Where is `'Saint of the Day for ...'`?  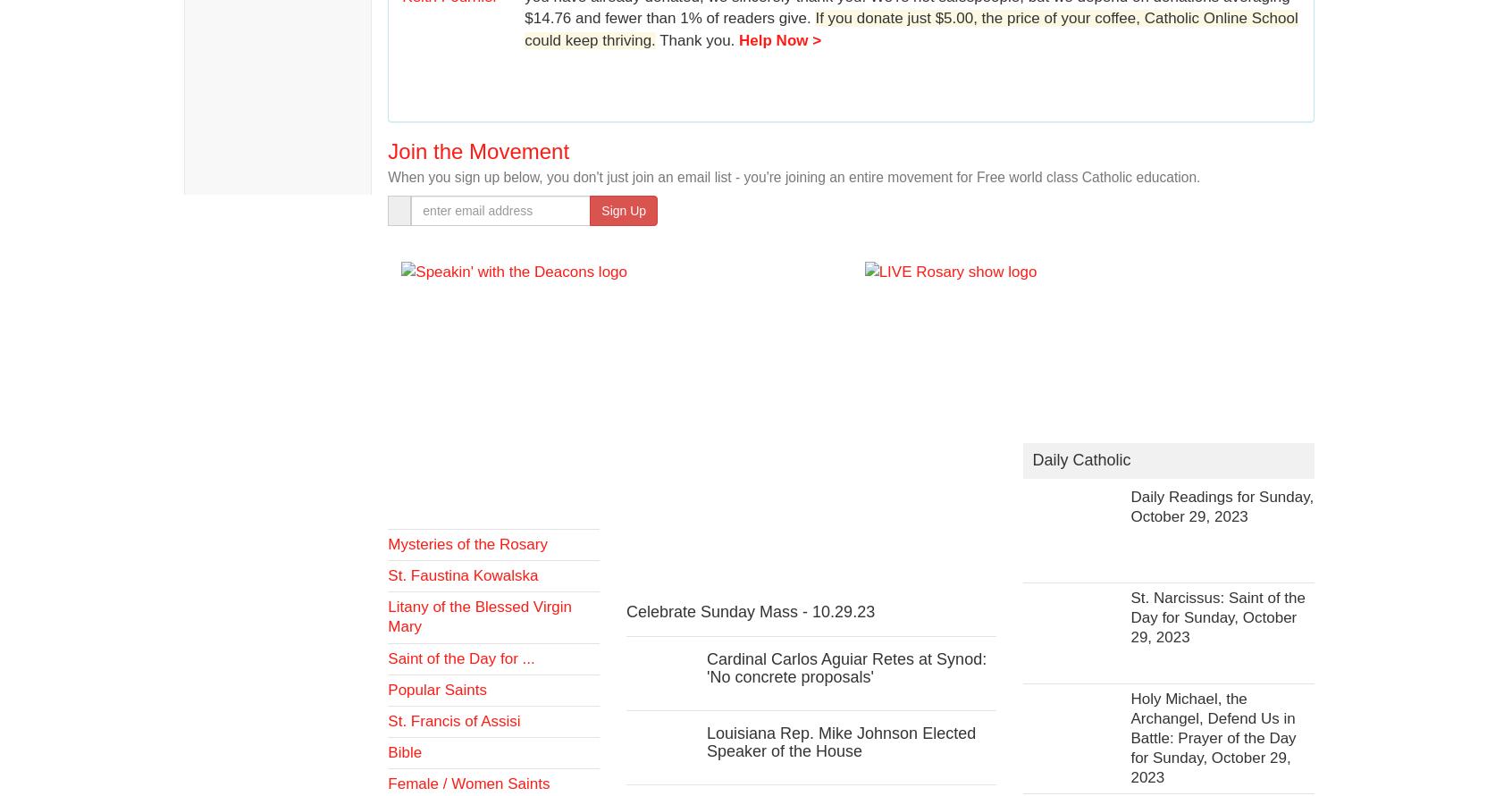 'Saint of the Day for ...' is located at coordinates (386, 658).